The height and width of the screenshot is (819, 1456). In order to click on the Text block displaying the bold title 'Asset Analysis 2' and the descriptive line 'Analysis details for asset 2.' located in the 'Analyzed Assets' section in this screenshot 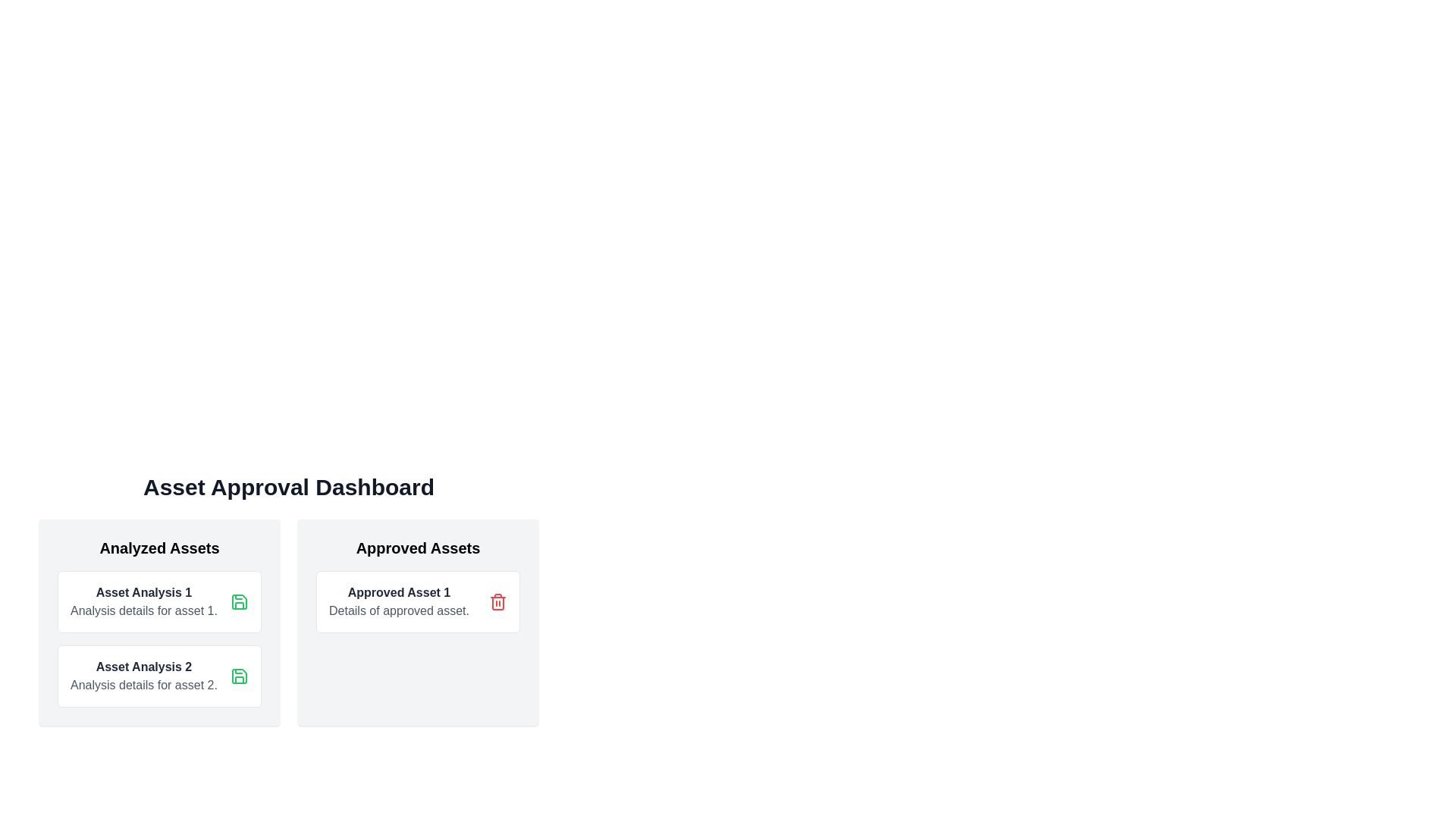, I will do `click(143, 675)`.